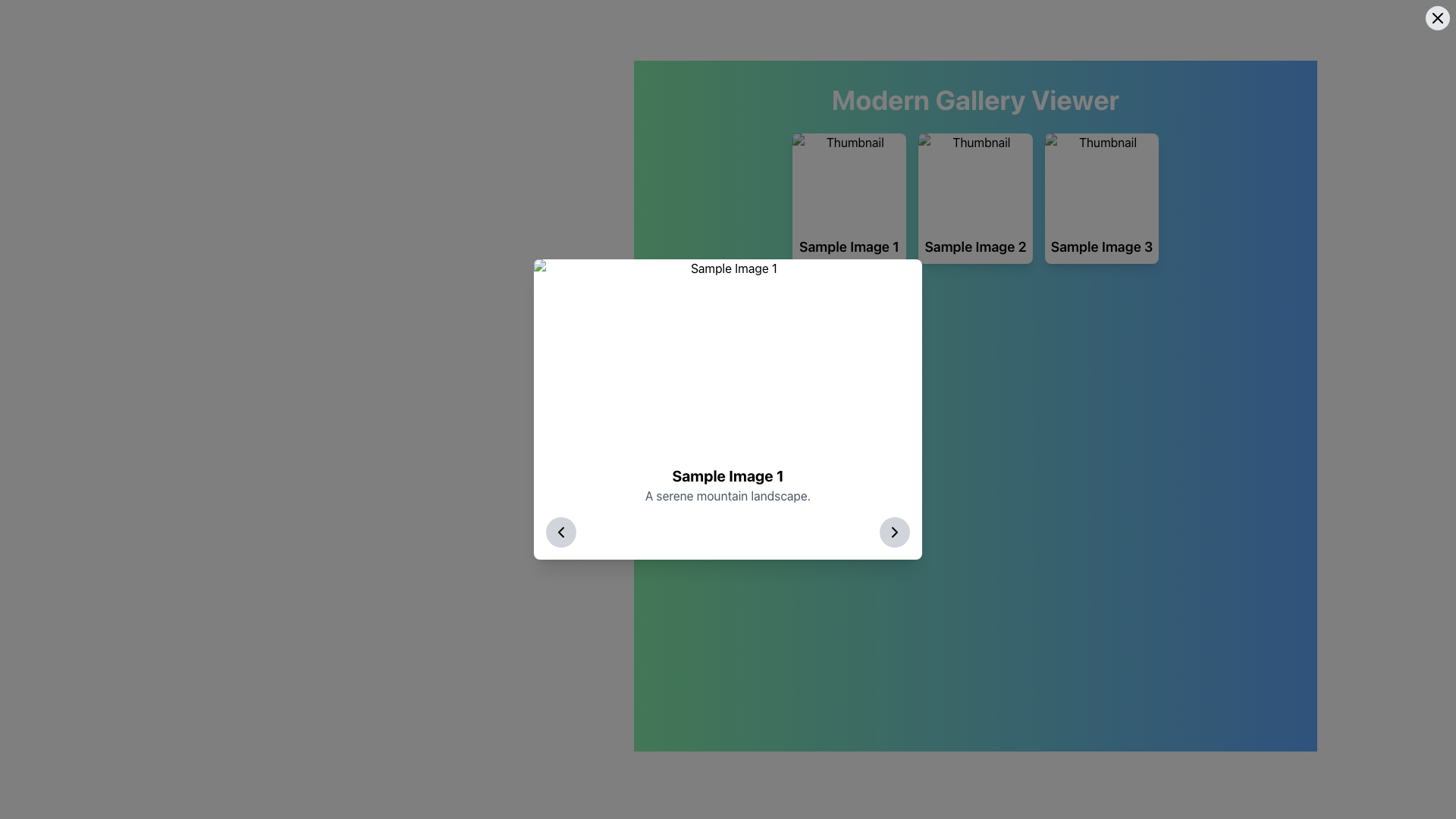 The width and height of the screenshot is (1456, 819). I want to click on the right-pointing chevron icon within the circular button located at the bottom-right corner of the modal dialogue box to observe hover effects, so click(895, 532).